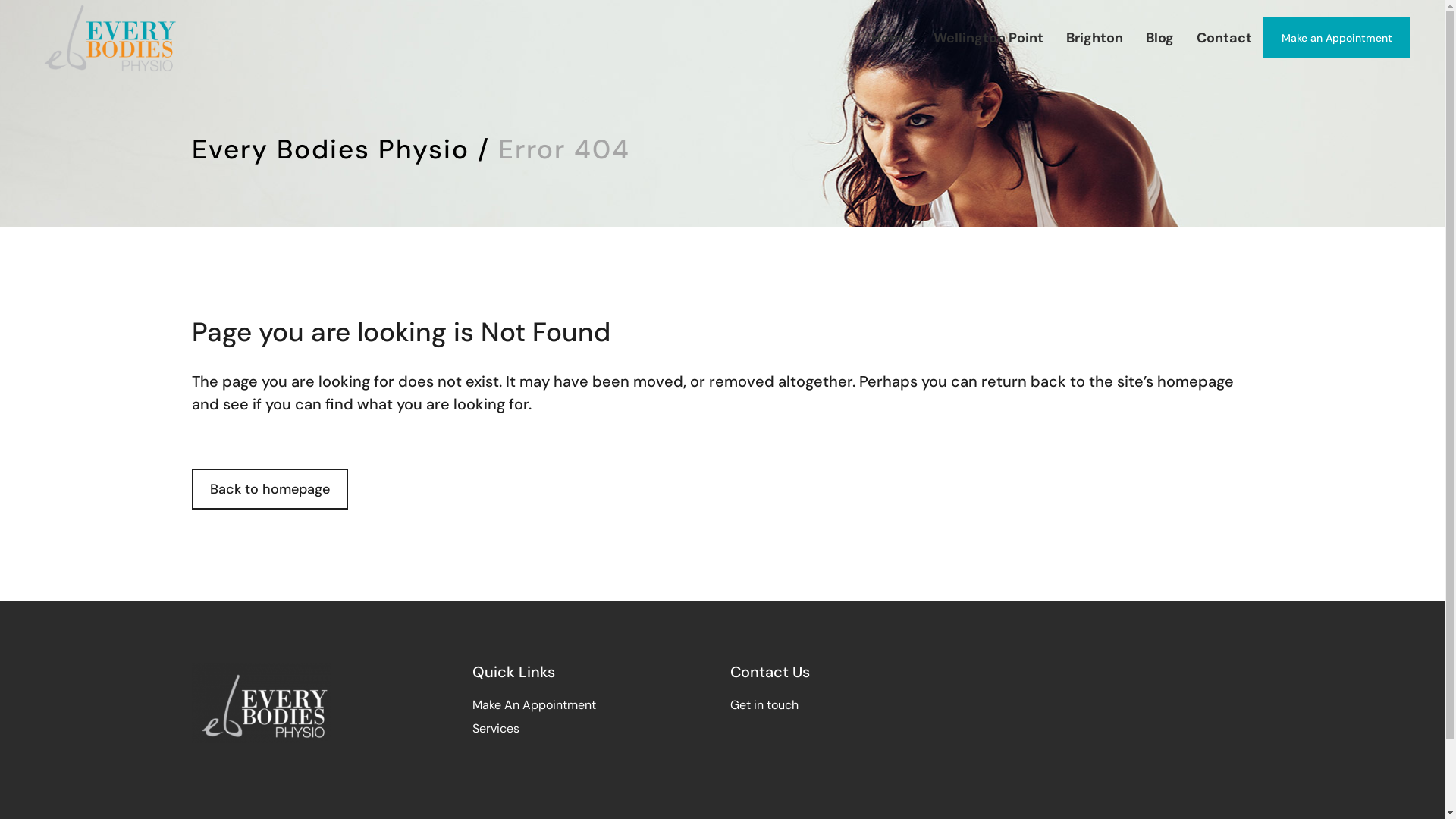 The image size is (1456, 819). What do you see at coordinates (764, 704) in the screenshot?
I see `'Get in touch'` at bounding box center [764, 704].